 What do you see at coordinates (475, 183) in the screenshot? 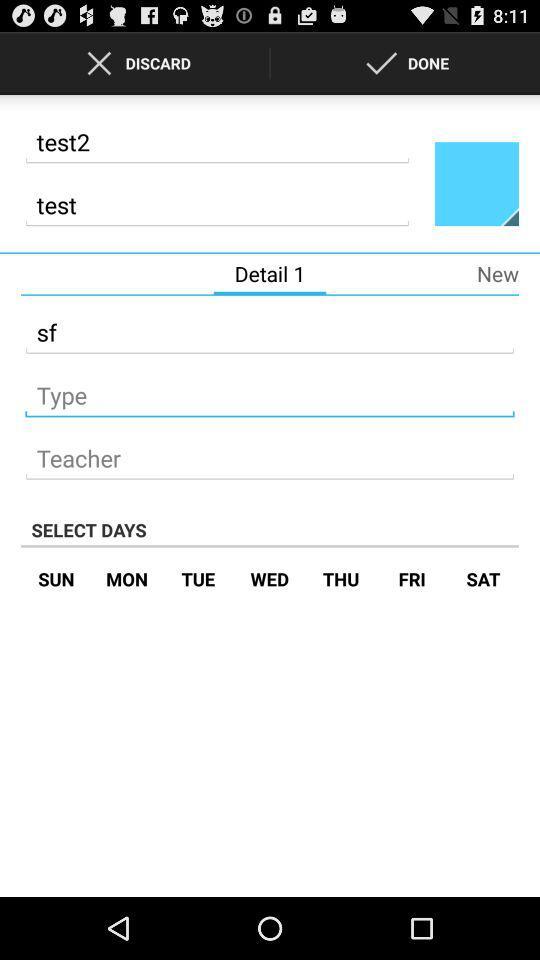
I see `image` at bounding box center [475, 183].